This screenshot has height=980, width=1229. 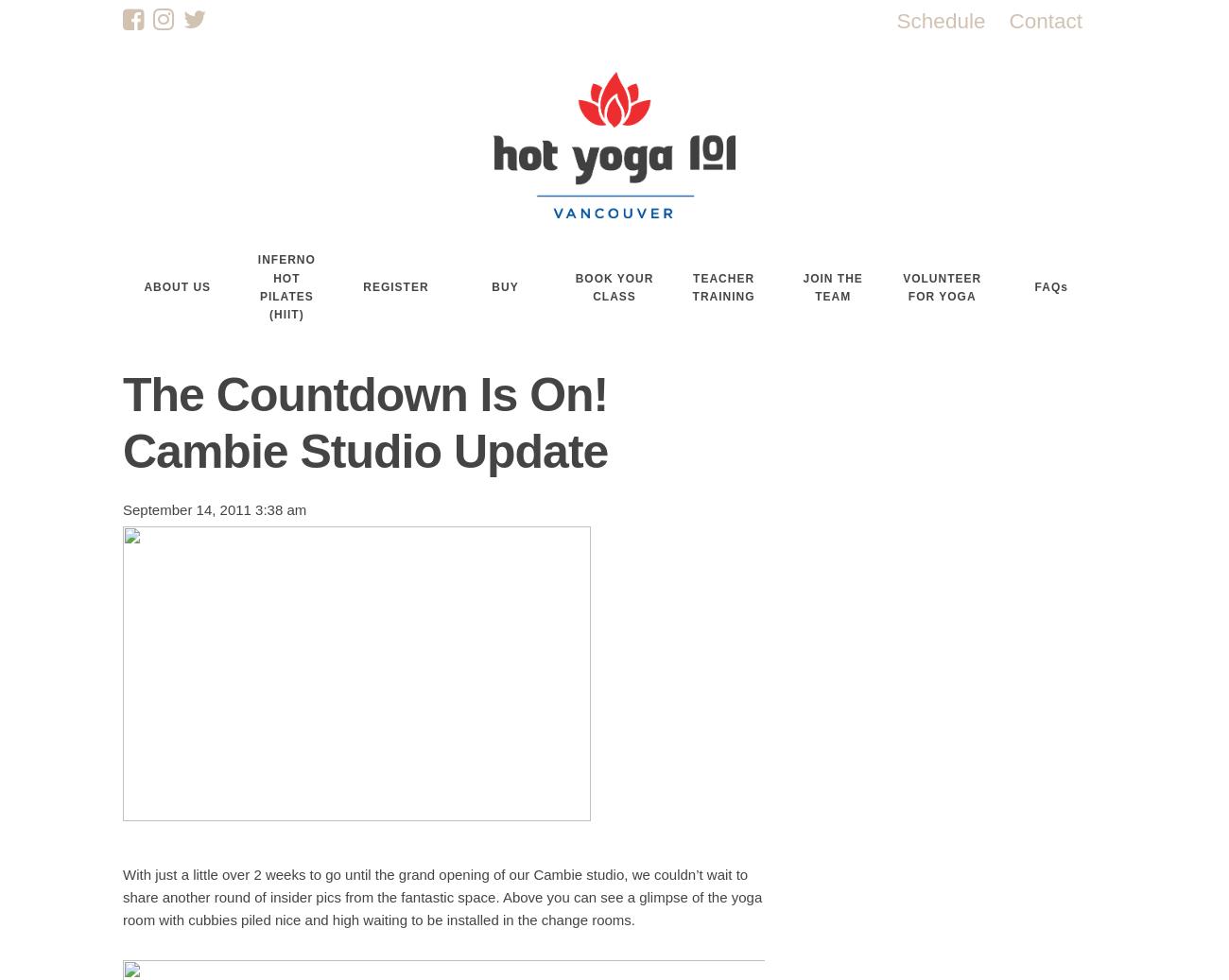 What do you see at coordinates (505, 286) in the screenshot?
I see `'BUY'` at bounding box center [505, 286].